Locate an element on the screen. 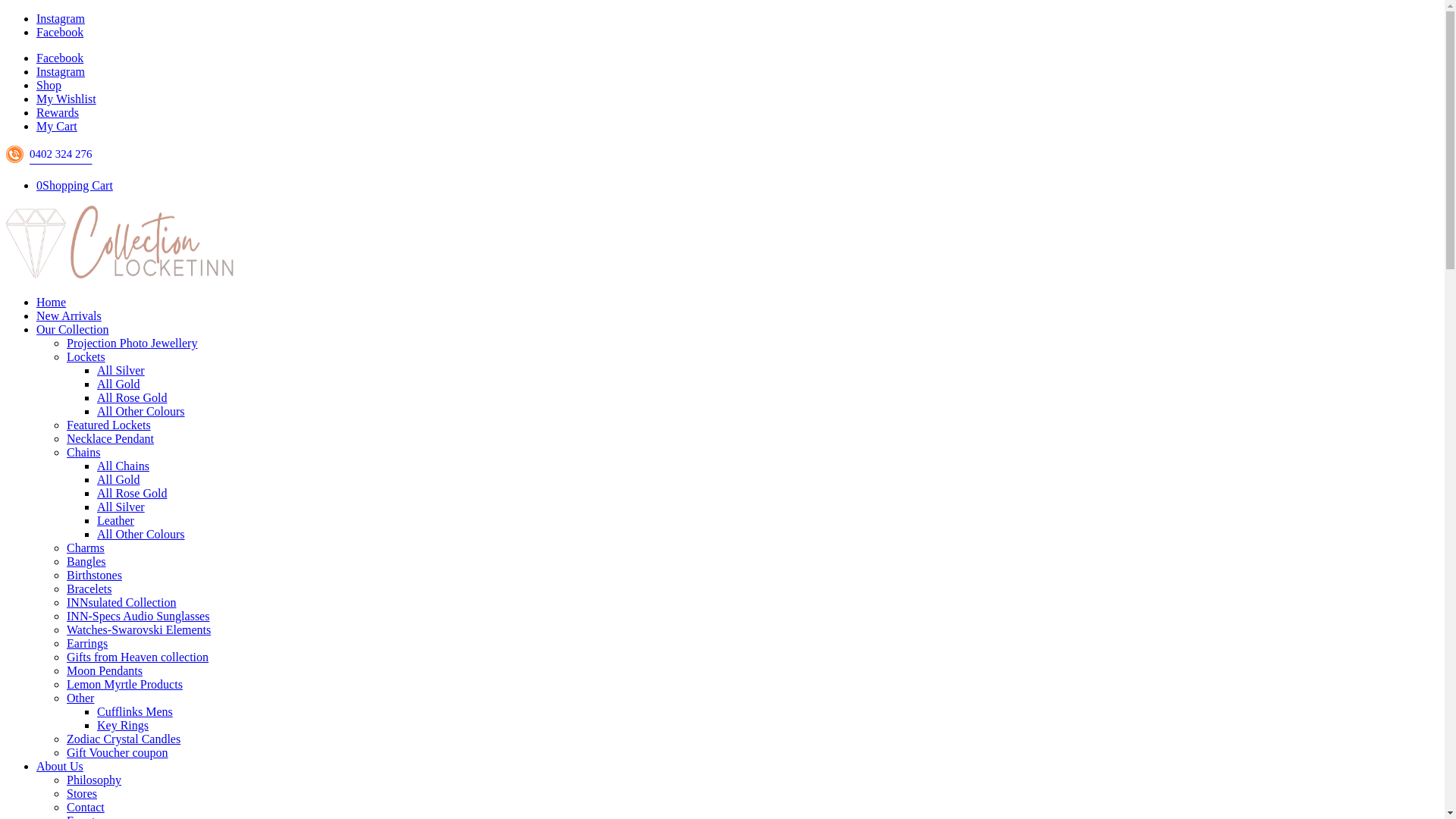 The height and width of the screenshot is (819, 1456). 'Projection Photo Jewellery' is located at coordinates (131, 343).